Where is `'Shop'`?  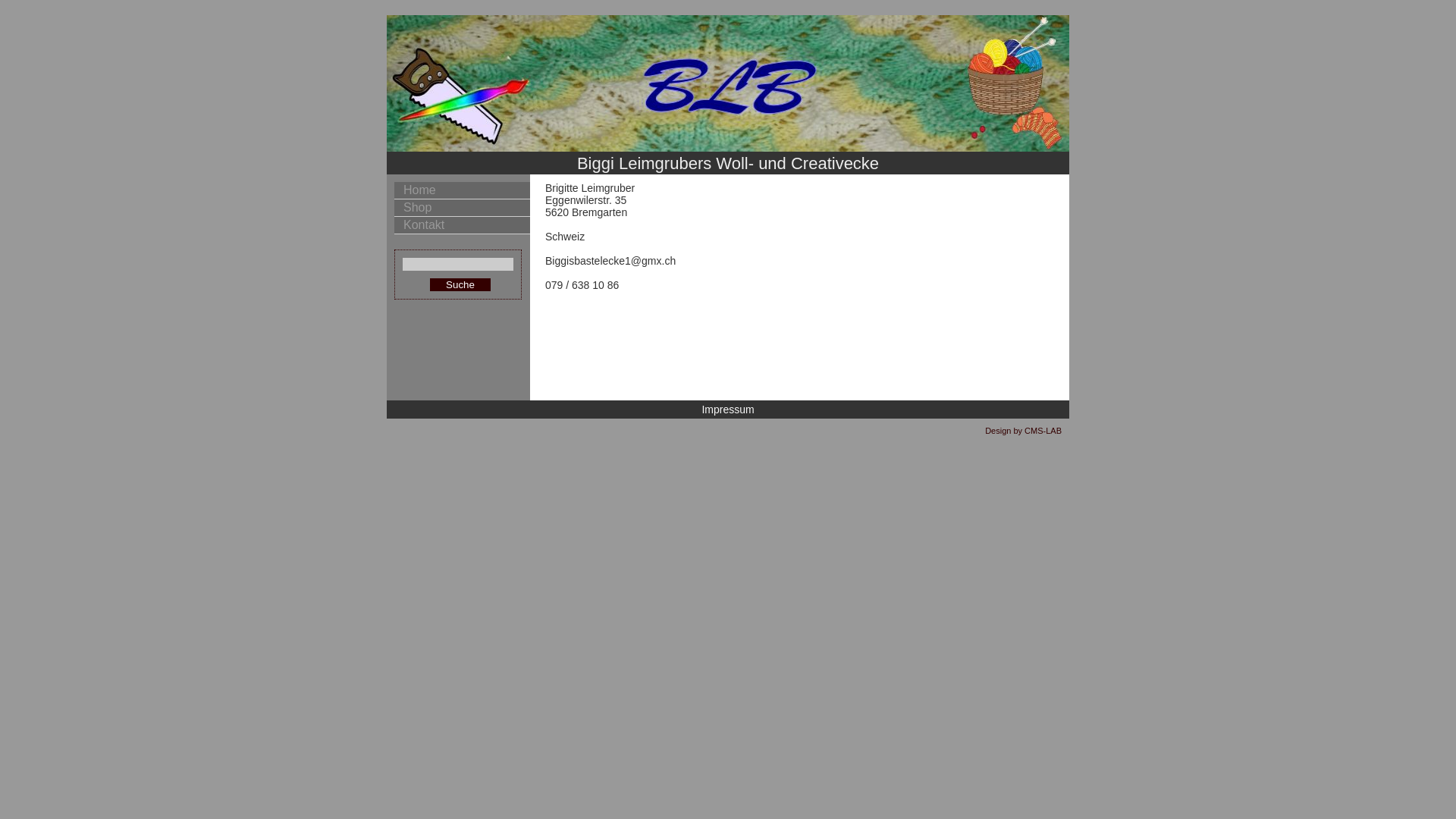
'Shop' is located at coordinates (461, 208).